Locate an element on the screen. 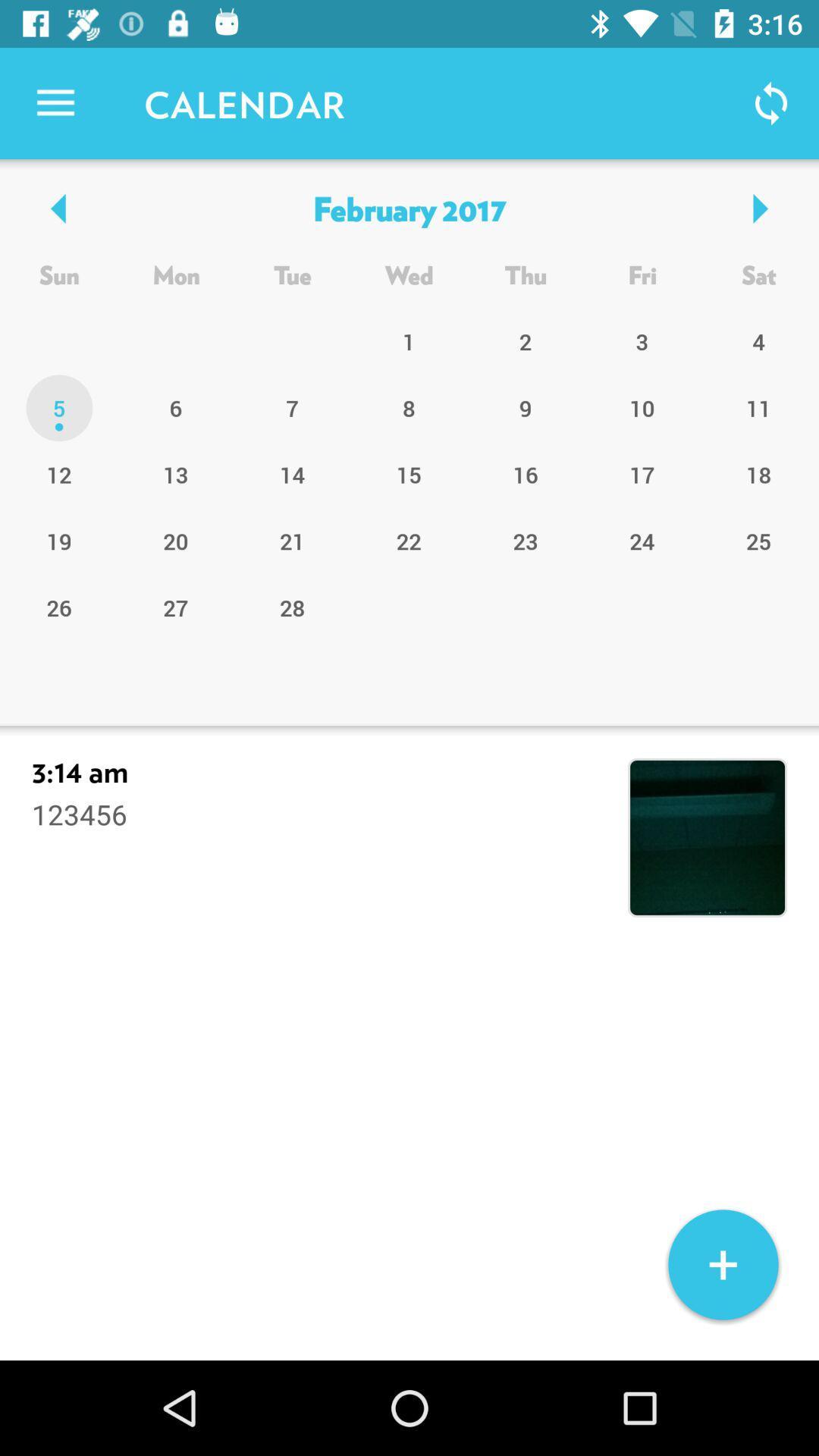 The width and height of the screenshot is (819, 1456). 9 item is located at coordinates (525, 408).